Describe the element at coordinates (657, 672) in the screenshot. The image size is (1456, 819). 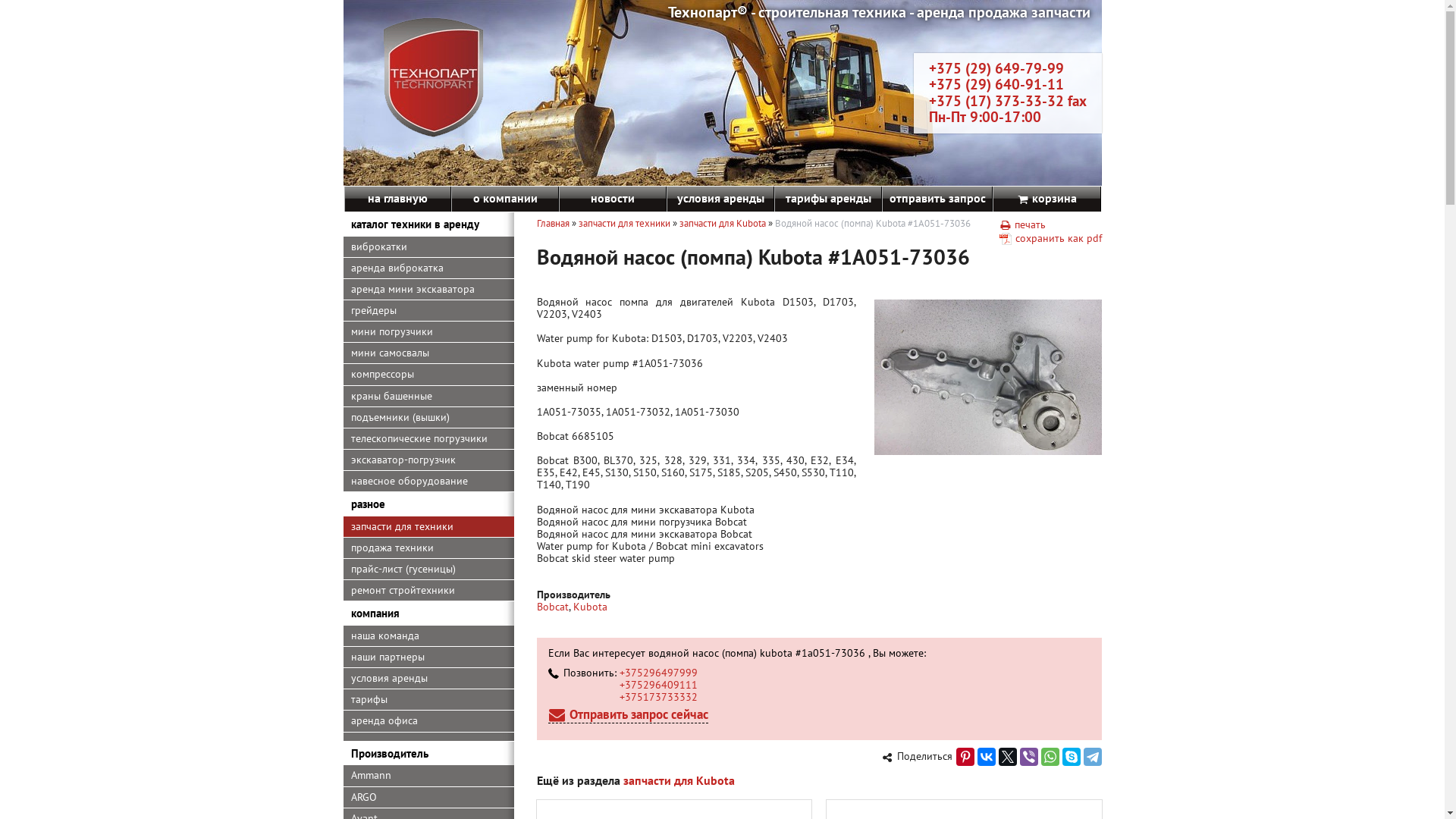
I see `'+375296497999'` at that location.